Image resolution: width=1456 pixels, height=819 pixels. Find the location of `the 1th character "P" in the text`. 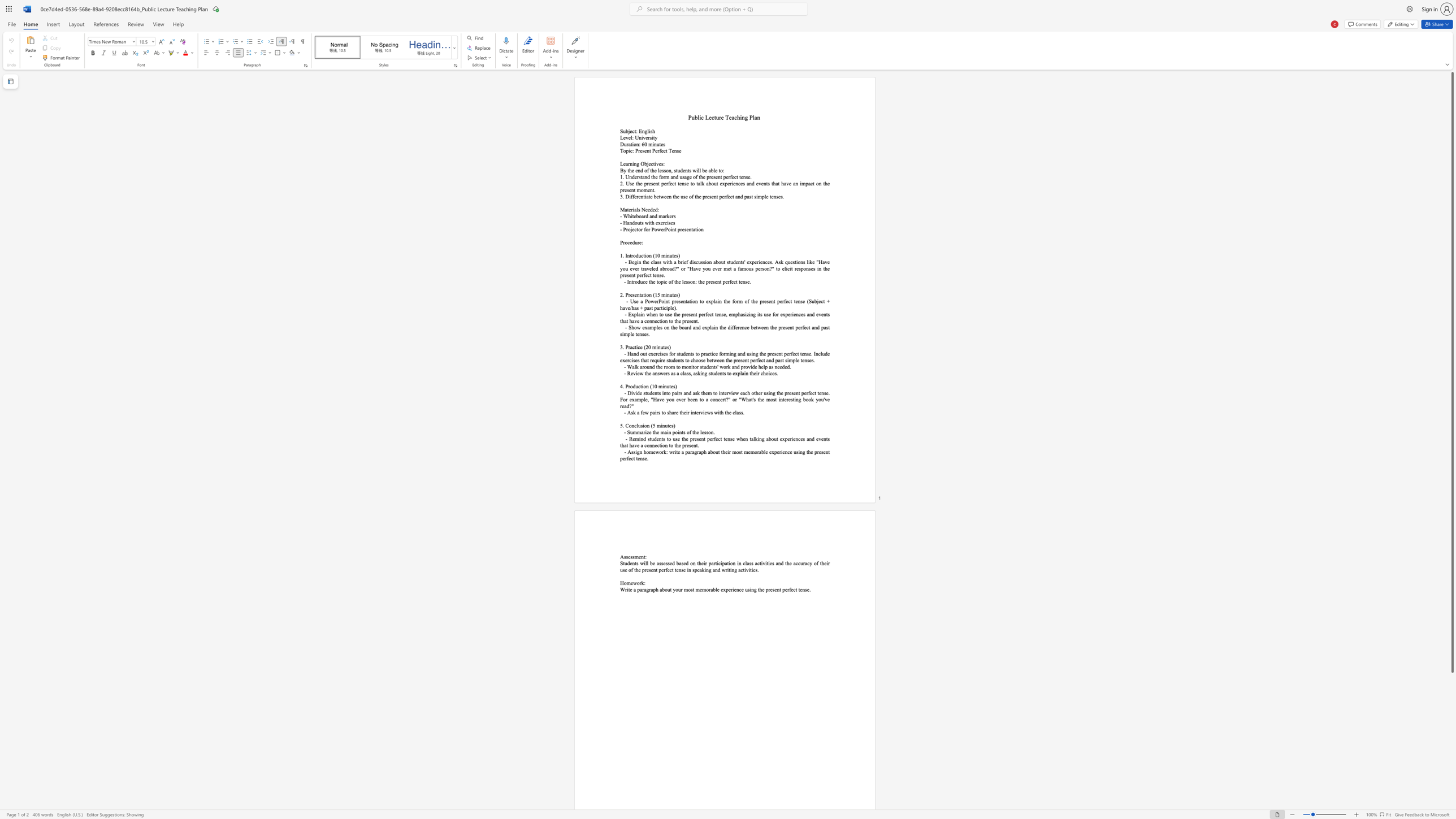

the 1th character "P" in the text is located at coordinates (626, 346).